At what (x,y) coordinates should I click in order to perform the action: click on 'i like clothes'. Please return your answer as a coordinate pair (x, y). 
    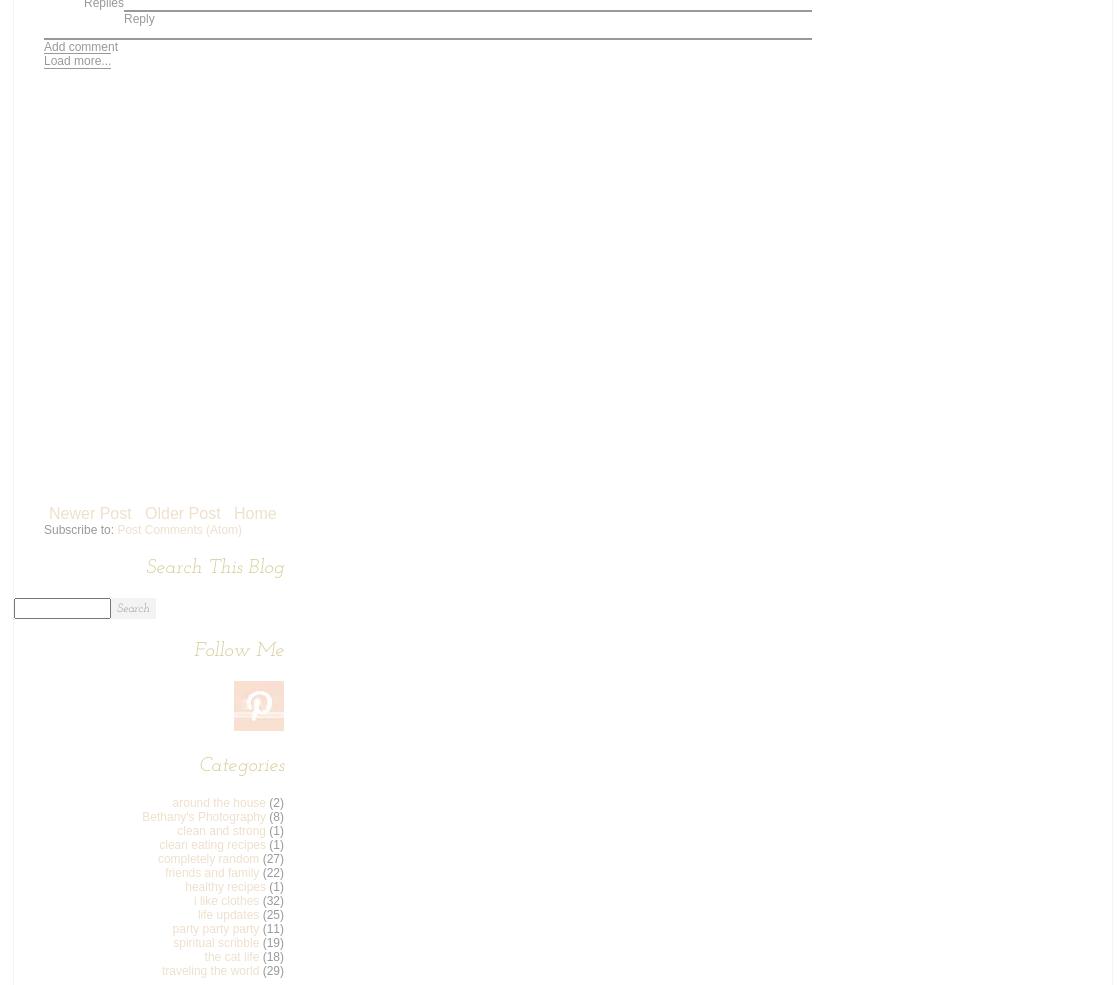
    Looking at the image, I should click on (225, 899).